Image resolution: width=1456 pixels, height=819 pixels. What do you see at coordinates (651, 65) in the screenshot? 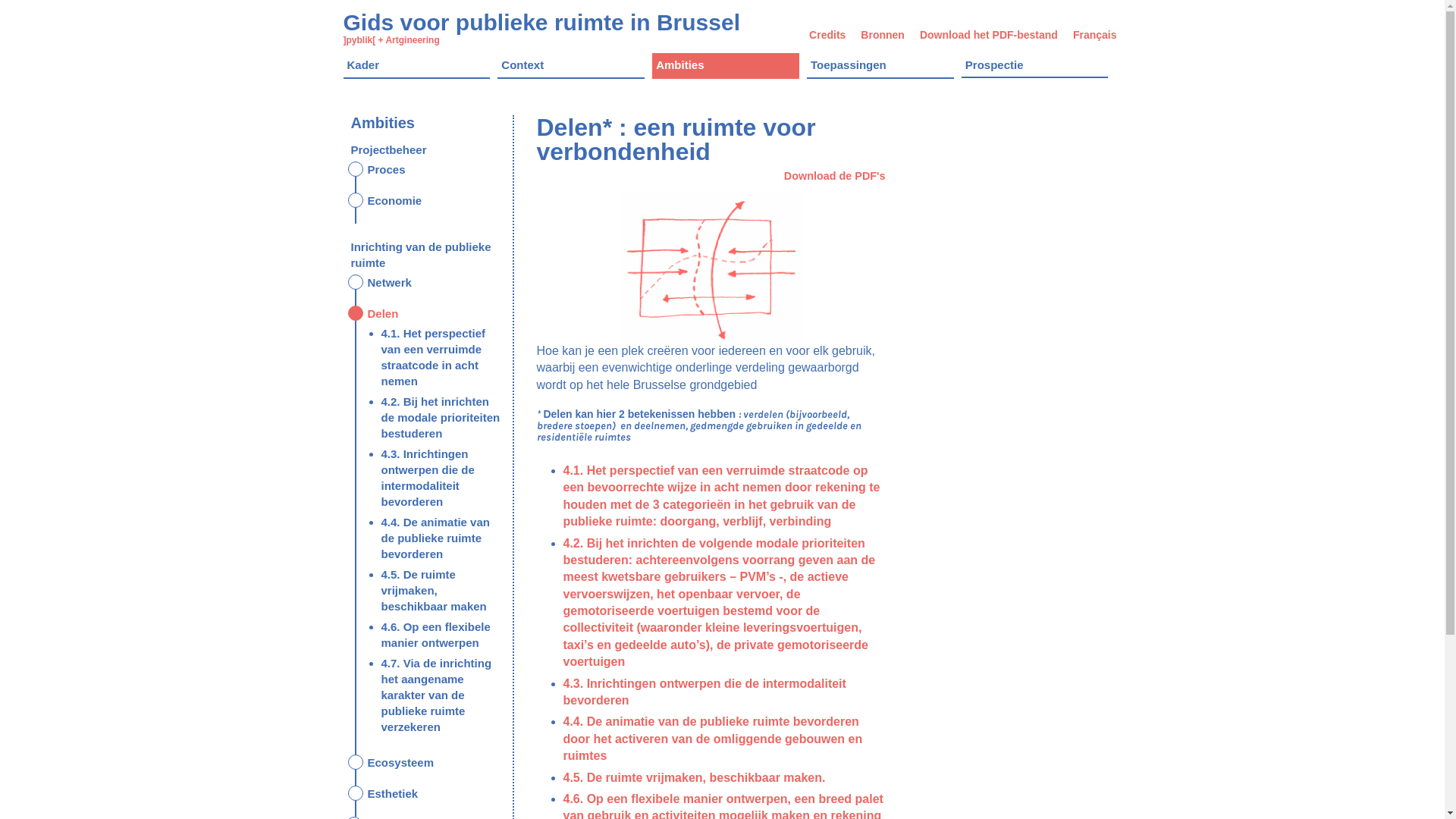
I see `'Ambities'` at bounding box center [651, 65].